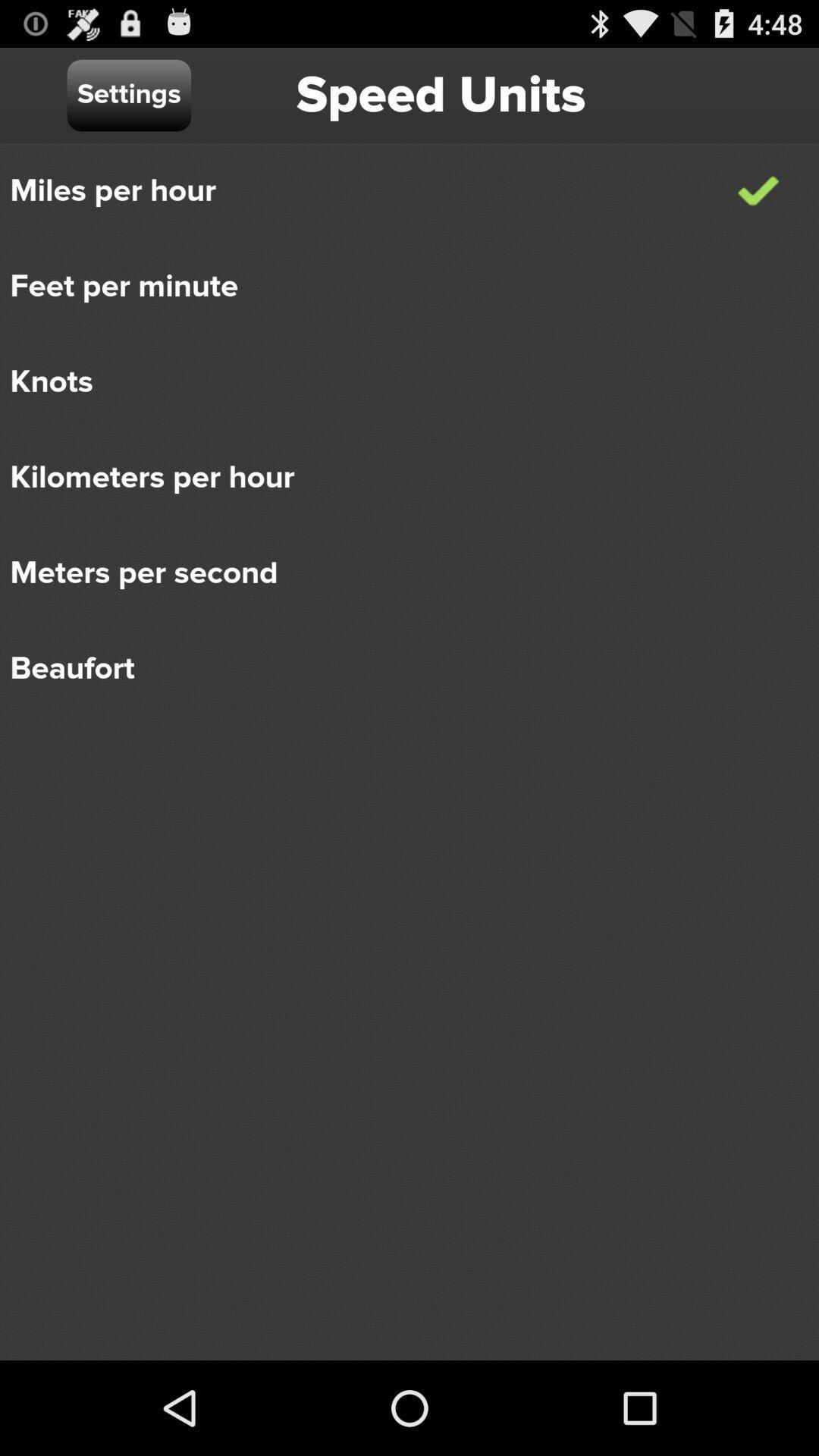  Describe the element at coordinates (128, 94) in the screenshot. I see `icon to the left of speed units icon` at that location.